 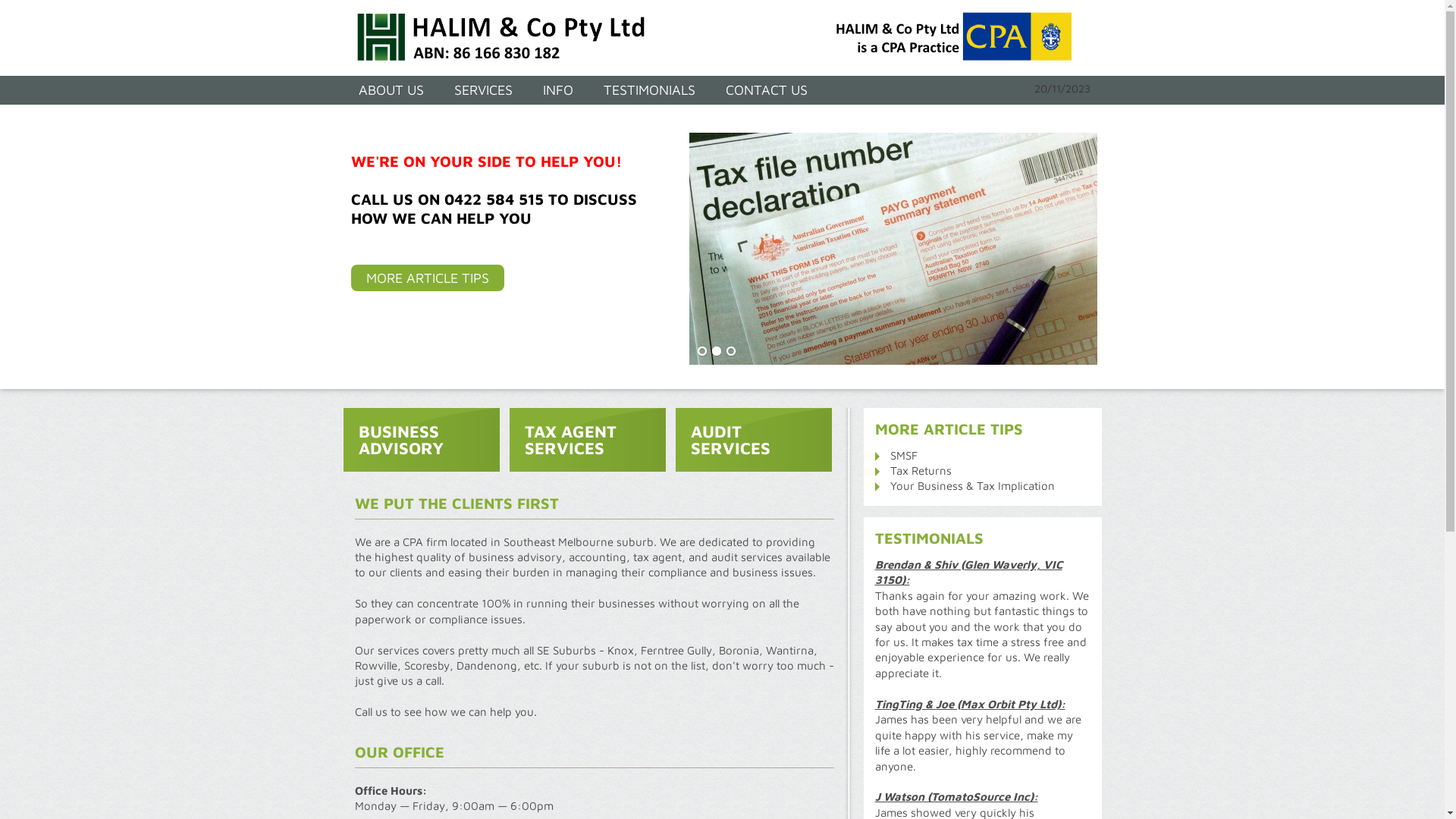 What do you see at coordinates (753, 439) in the screenshot?
I see `'AUDIT SERVICES'` at bounding box center [753, 439].